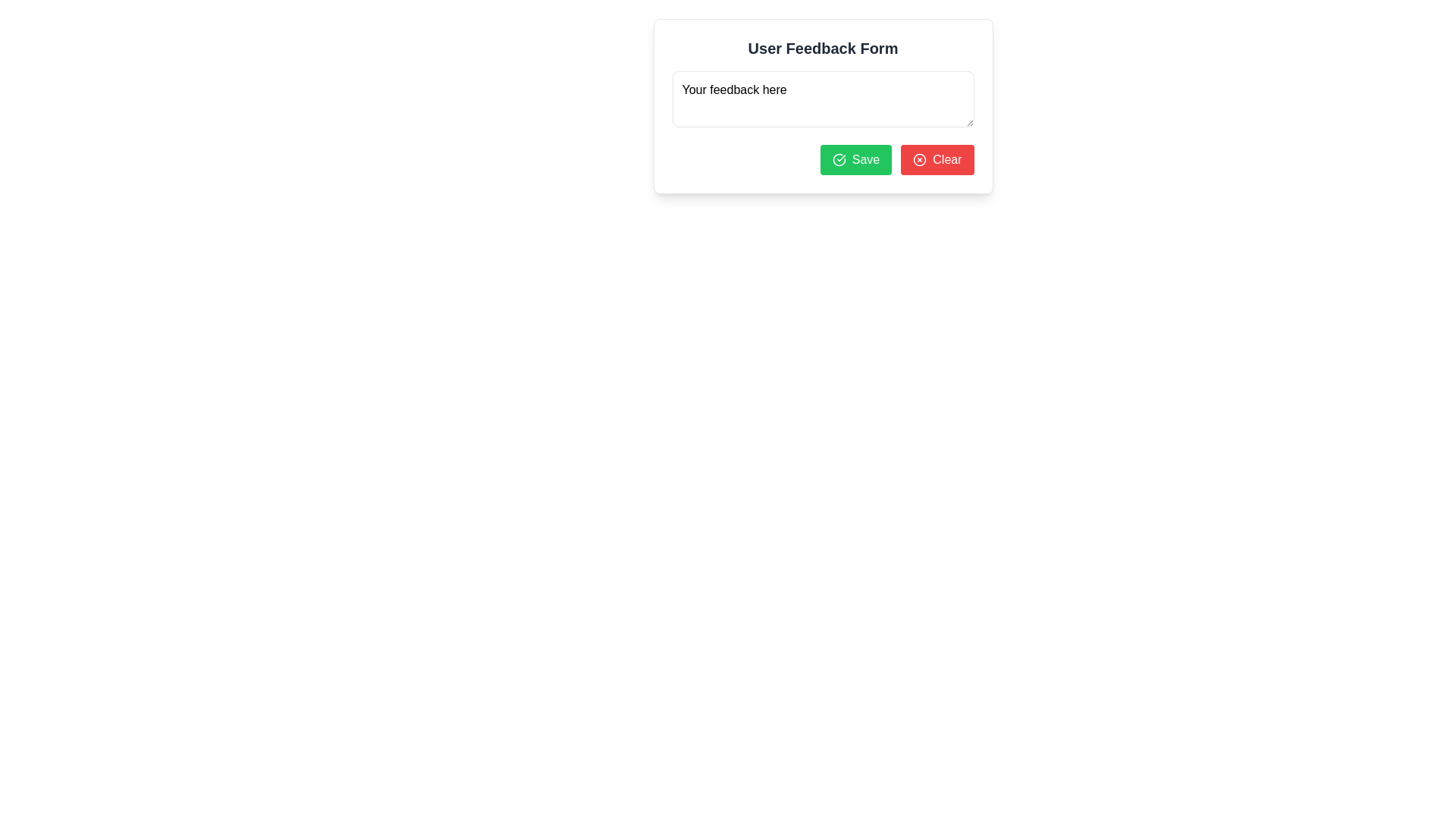 The width and height of the screenshot is (1456, 819). I want to click on the 'Clear' button, which has an icon visually reinforcing its purpose to clear input data, located to the left side of the button text, so click(919, 160).